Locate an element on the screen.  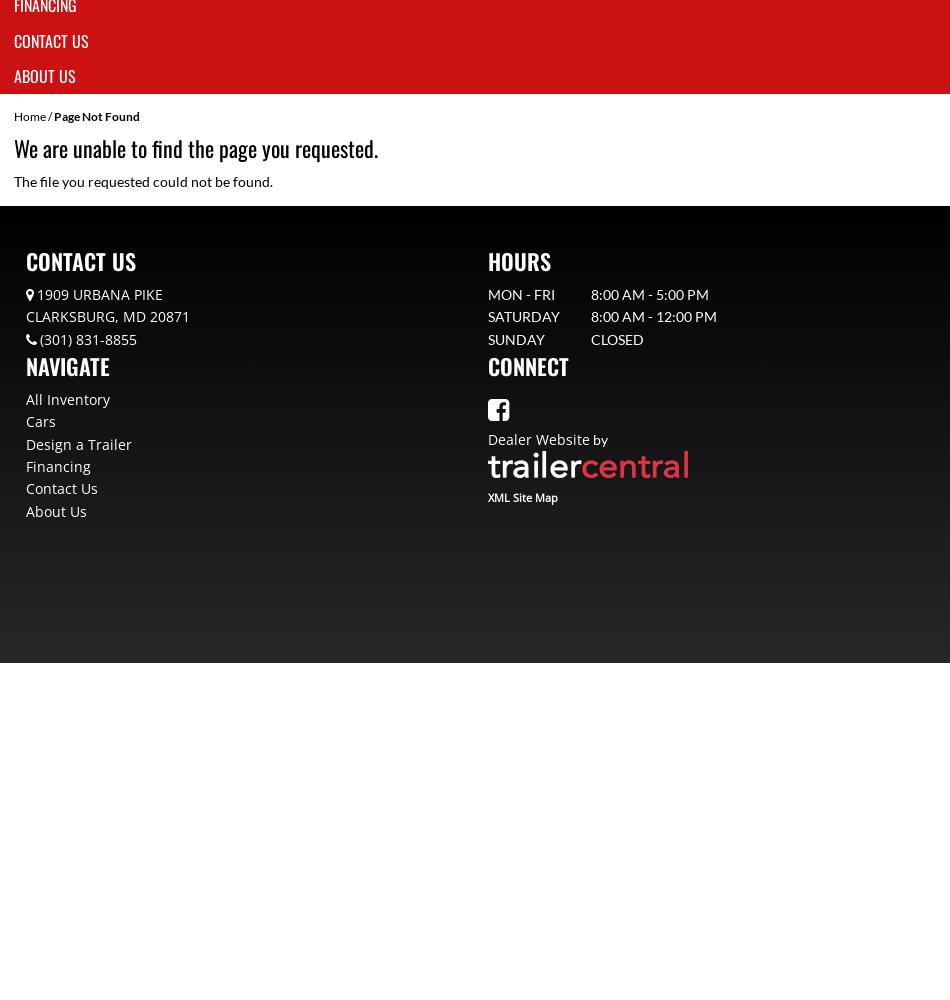
'Navigate' is located at coordinates (68, 365).